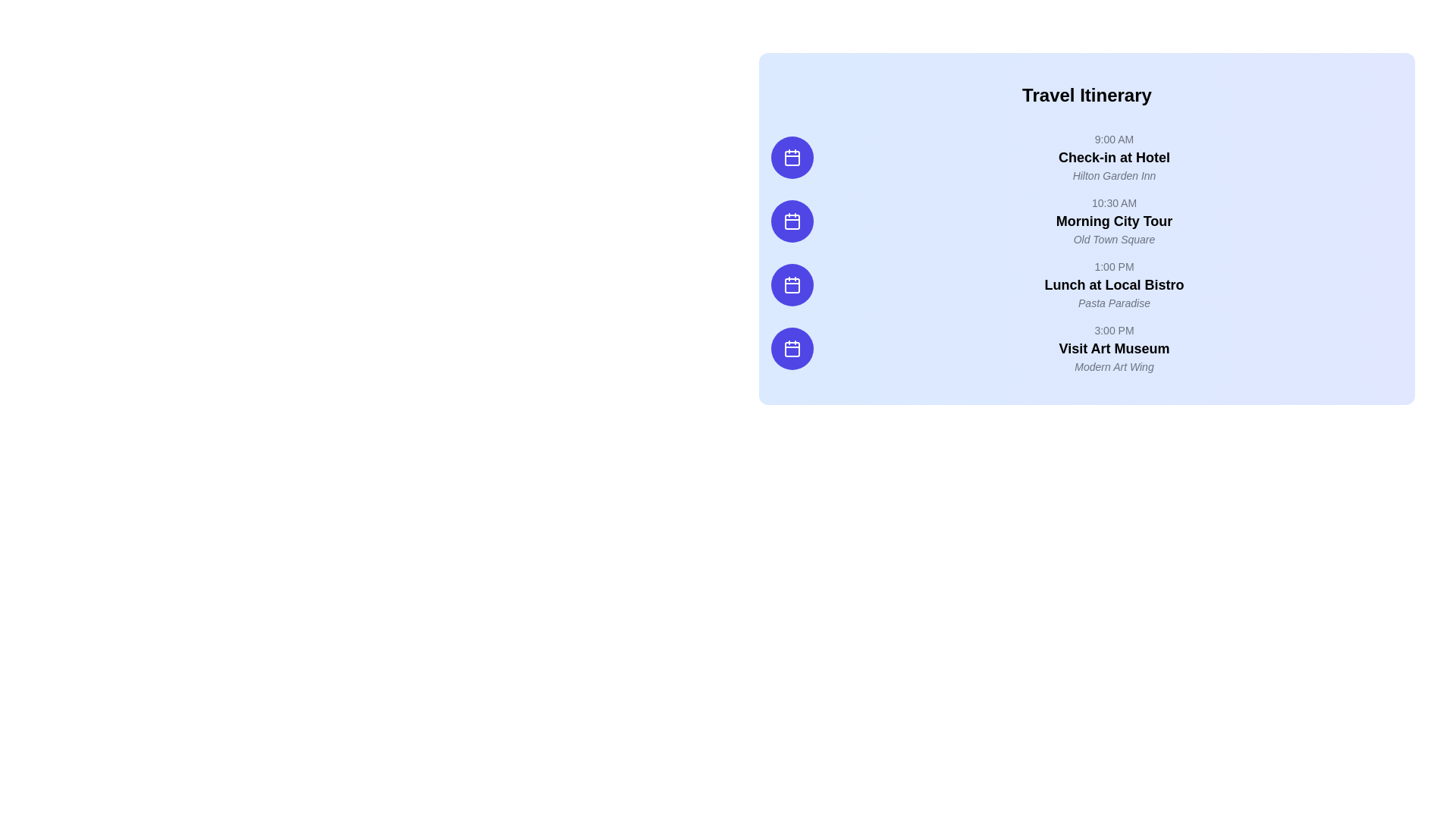  Describe the element at coordinates (1114, 366) in the screenshot. I see `the static text element that provides additional information about the 'Visit Art Museum' activity, located beneath the main title` at that location.